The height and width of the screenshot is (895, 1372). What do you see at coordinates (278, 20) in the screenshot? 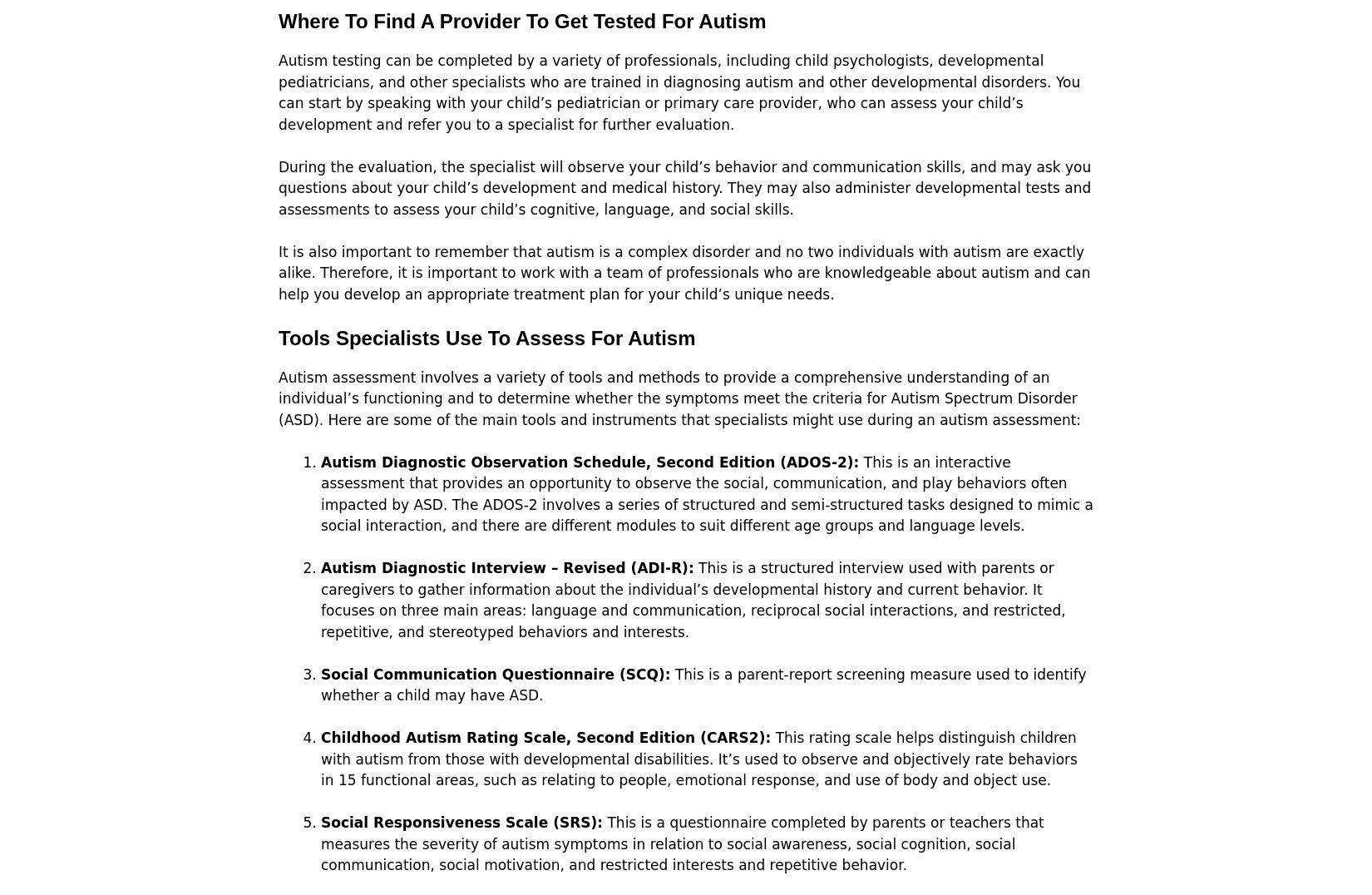
I see `'Where To Find A Provider To Get Tested For Autism'` at bounding box center [278, 20].